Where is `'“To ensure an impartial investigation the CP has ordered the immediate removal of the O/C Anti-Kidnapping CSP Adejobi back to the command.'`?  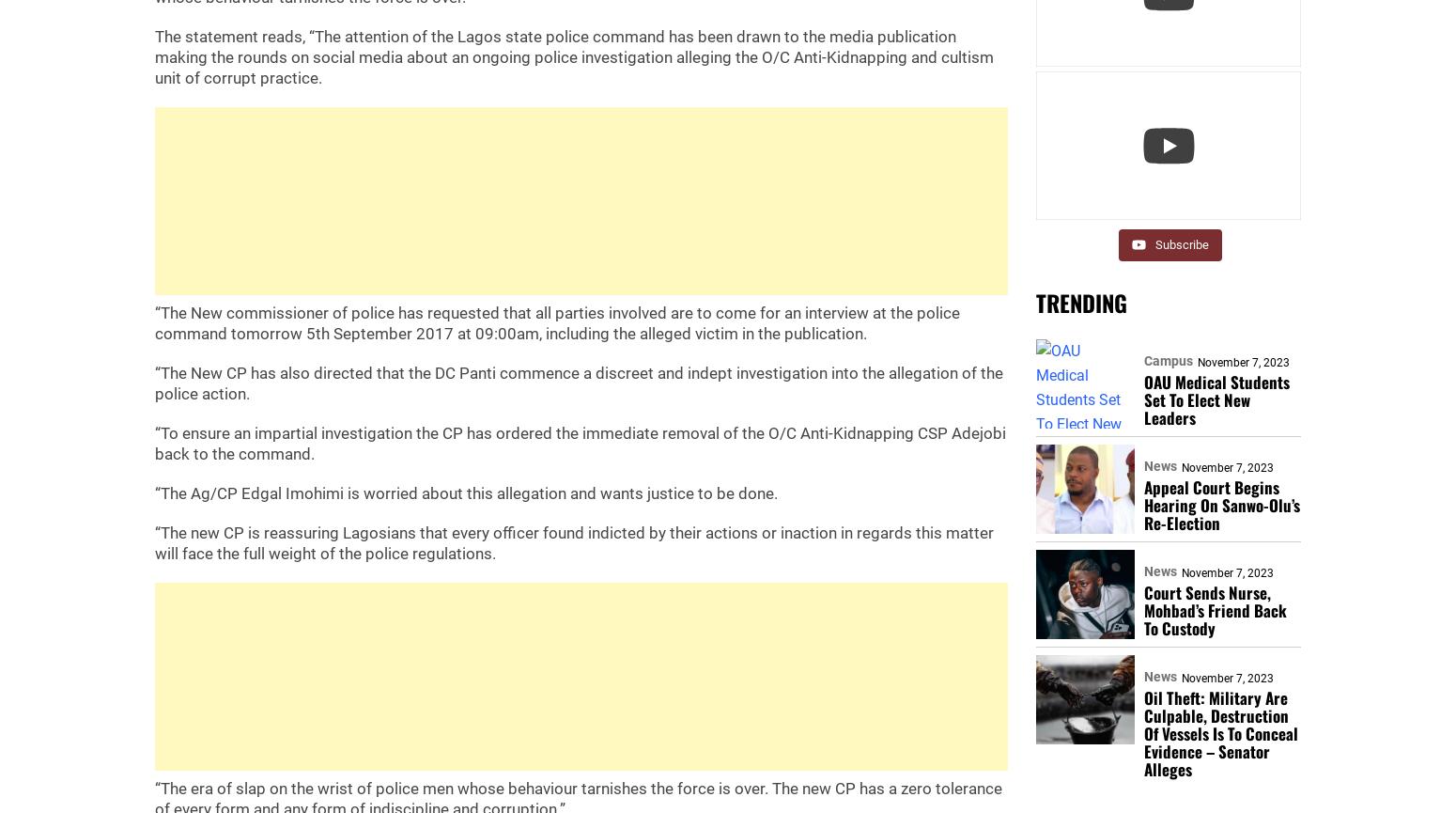
'“To ensure an impartial investigation the CP has ordered the immediate removal of the O/C Anti-Kidnapping CSP Adejobi back to the command.' is located at coordinates (580, 443).